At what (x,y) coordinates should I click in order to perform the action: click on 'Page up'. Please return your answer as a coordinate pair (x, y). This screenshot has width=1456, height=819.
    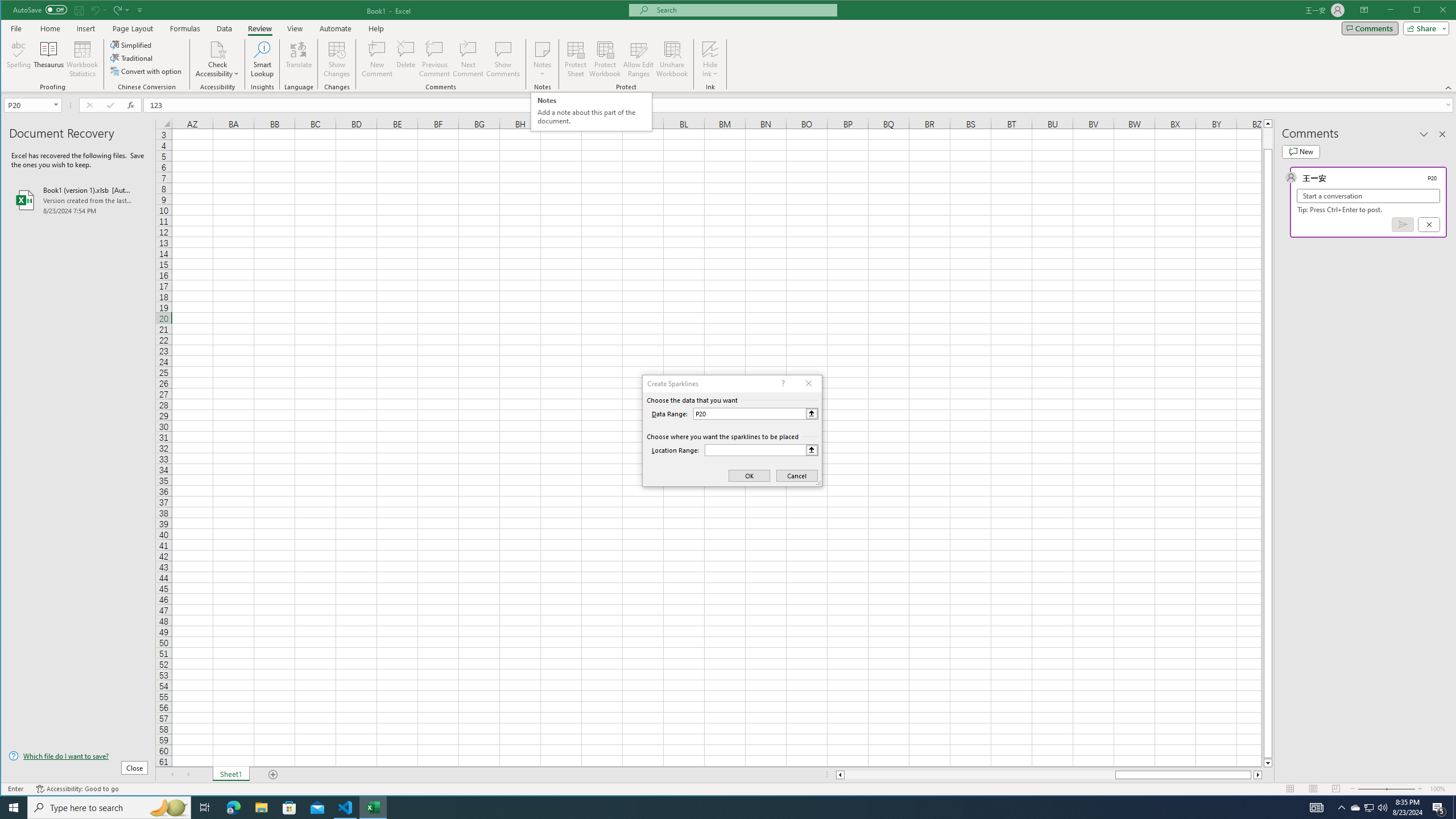
    Looking at the image, I should click on (1268, 138).